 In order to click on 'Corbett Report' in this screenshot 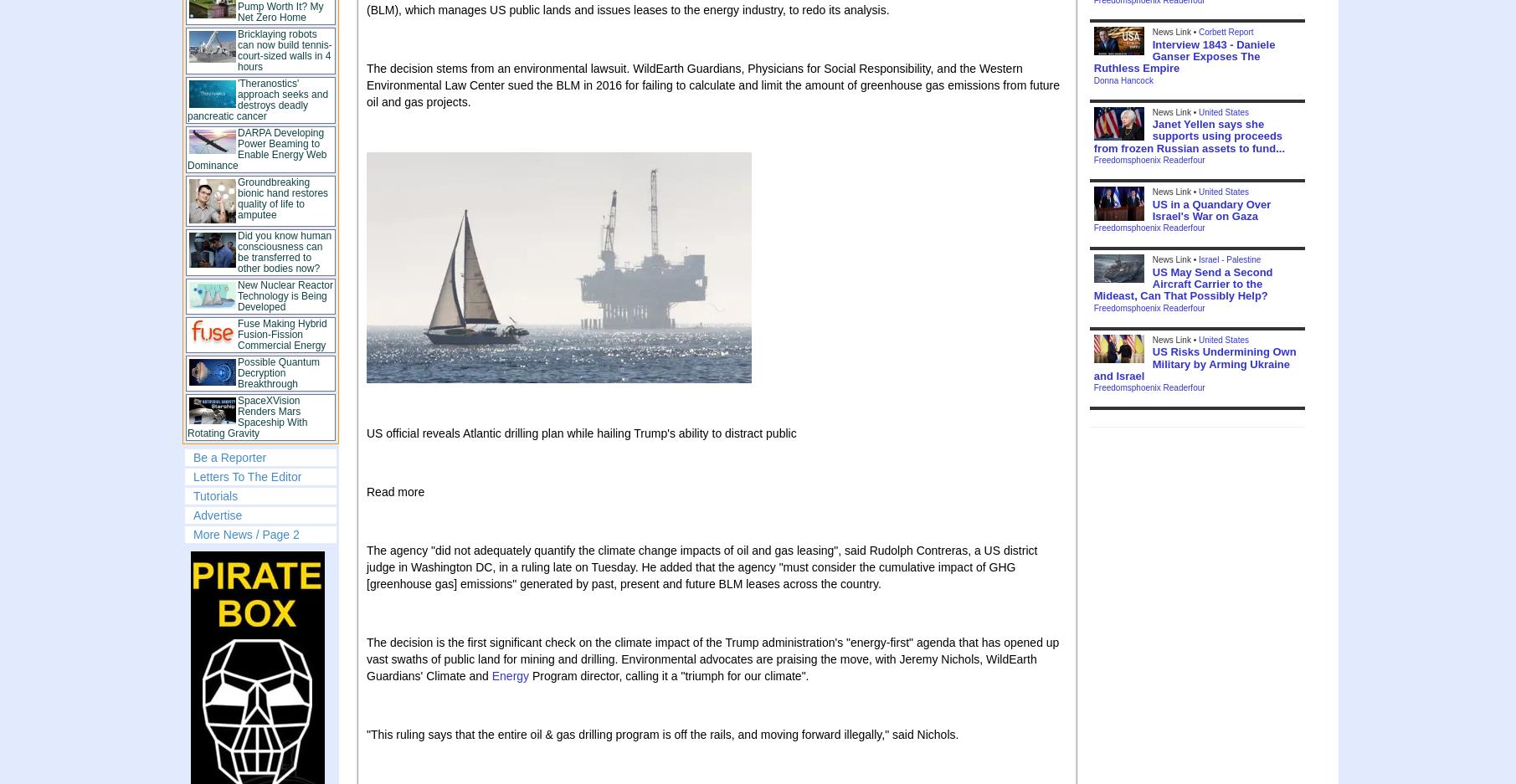, I will do `click(1198, 32)`.